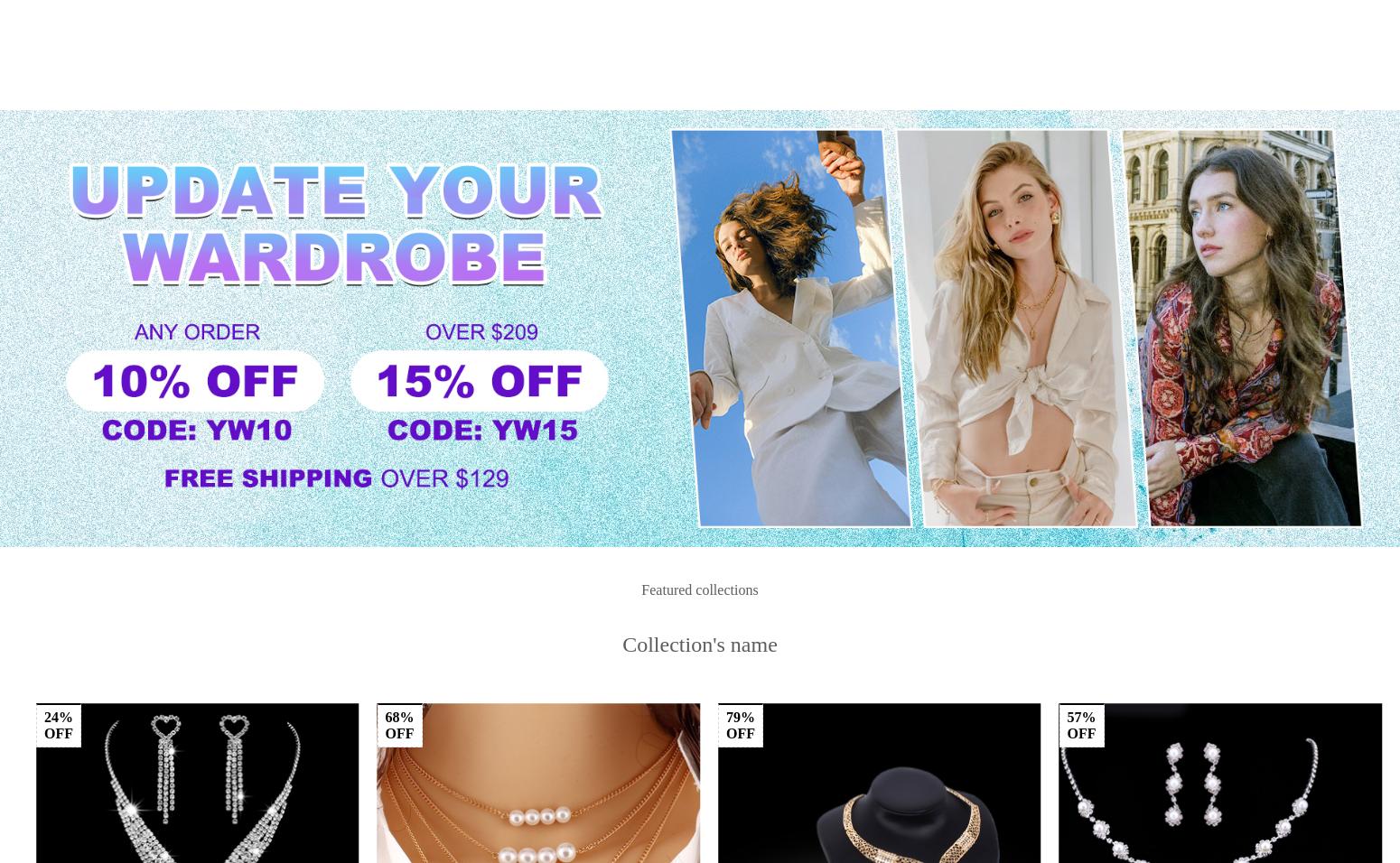 This screenshot has height=863, width=1400. What do you see at coordinates (1097, 701) in the screenshot?
I see `'USD $180.96'` at bounding box center [1097, 701].